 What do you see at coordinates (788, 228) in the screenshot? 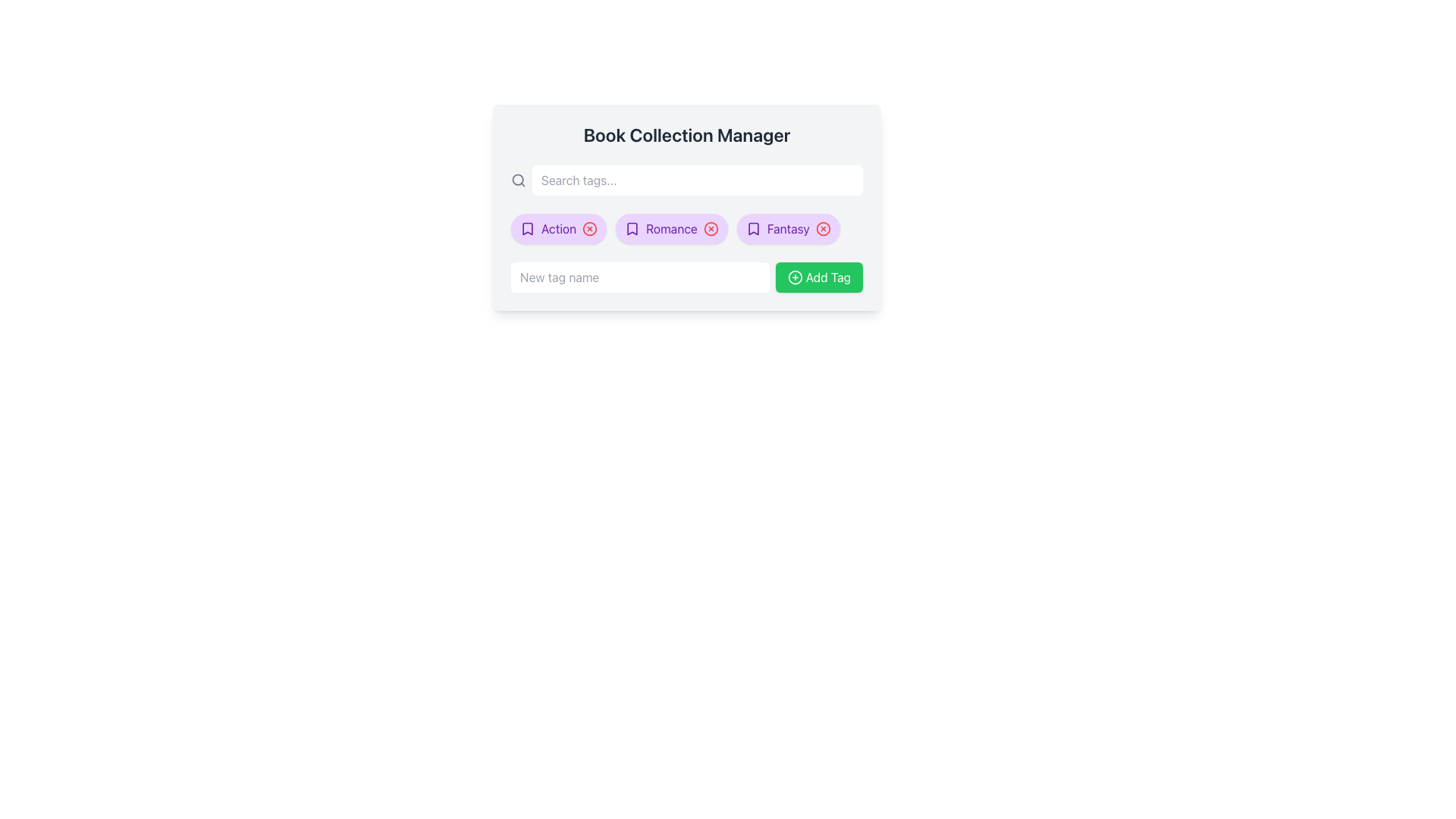
I see `text label that says 'Fantasy', which is part of a tag-like structure with a purple background located in the center-right of the tags under 'Book Collection Manager'` at bounding box center [788, 228].